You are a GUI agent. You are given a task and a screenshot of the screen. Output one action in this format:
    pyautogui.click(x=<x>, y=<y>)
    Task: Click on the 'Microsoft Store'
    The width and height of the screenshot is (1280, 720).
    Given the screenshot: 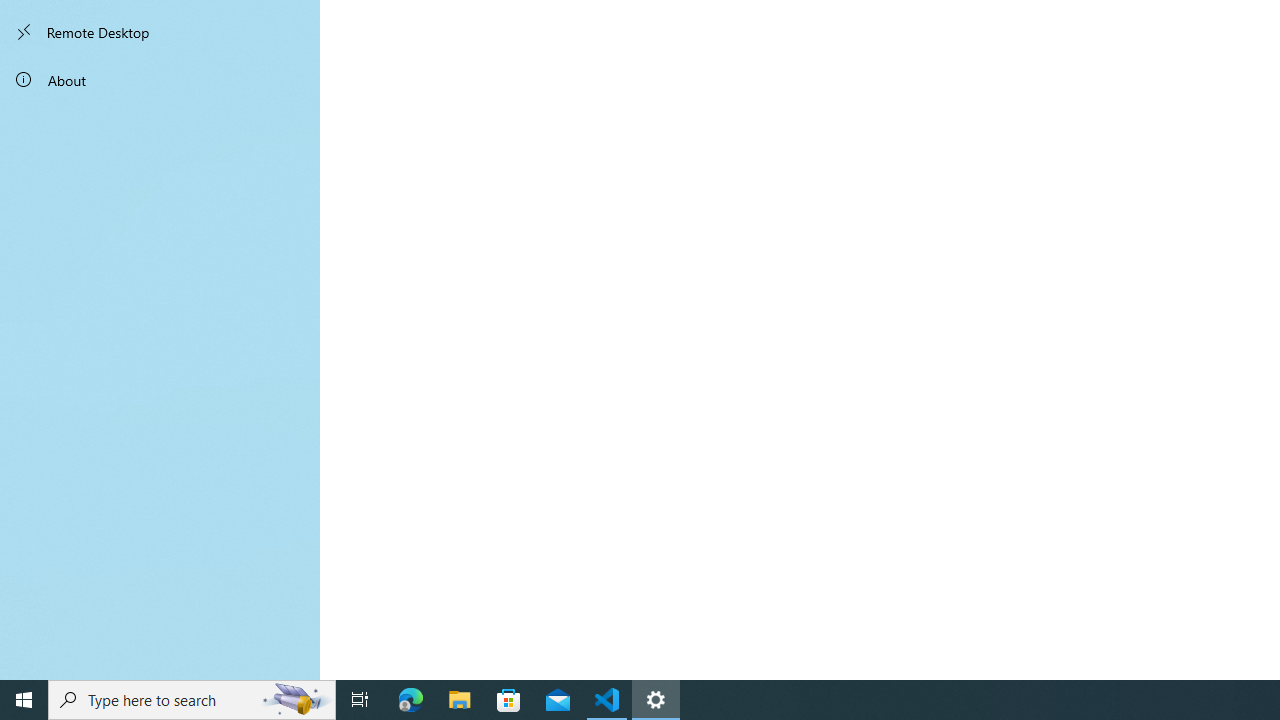 What is the action you would take?
    pyautogui.click(x=509, y=698)
    